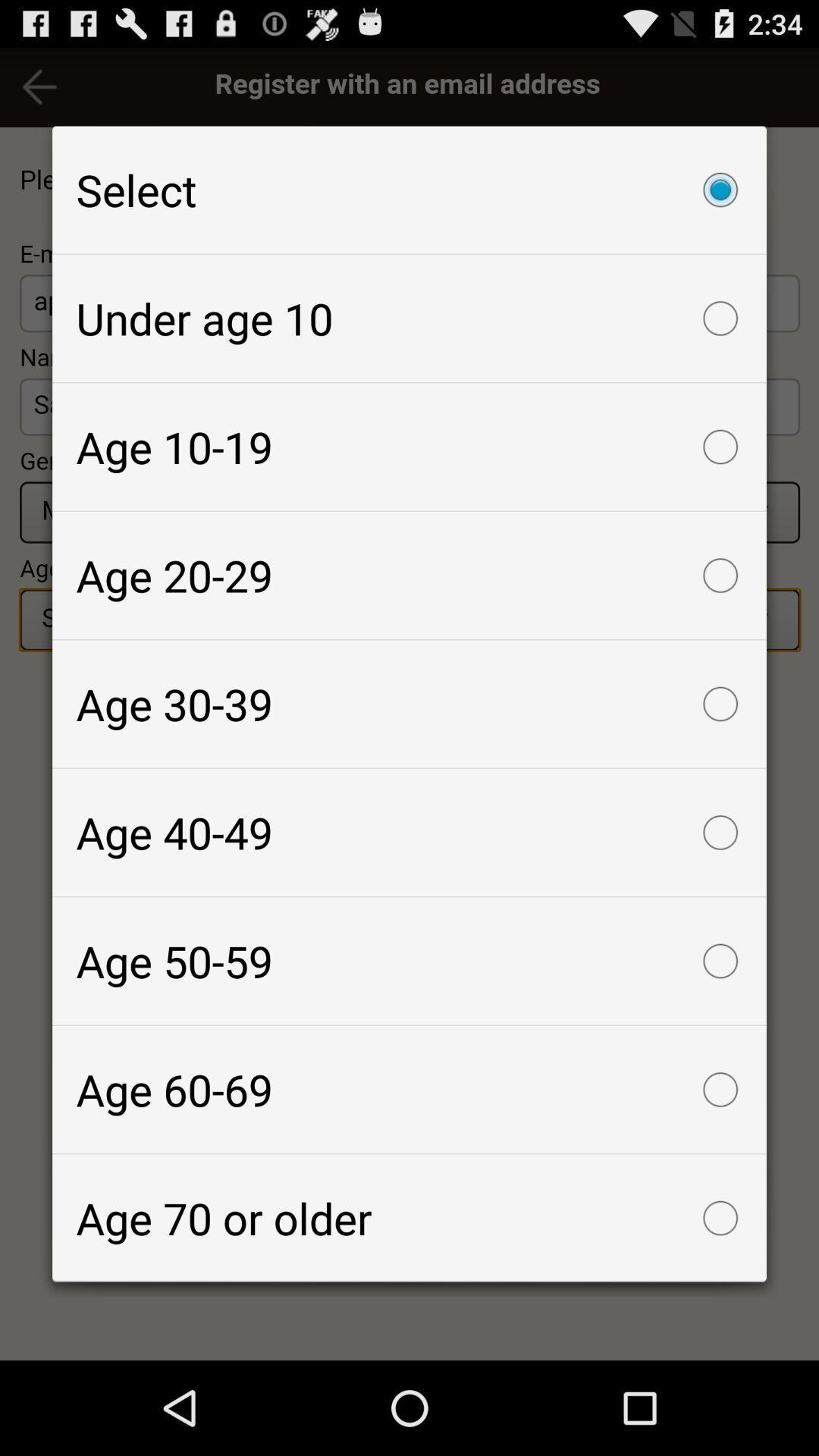 Image resolution: width=819 pixels, height=1456 pixels. What do you see at coordinates (409, 1218) in the screenshot?
I see `icon below the age 60-69 checkbox` at bounding box center [409, 1218].